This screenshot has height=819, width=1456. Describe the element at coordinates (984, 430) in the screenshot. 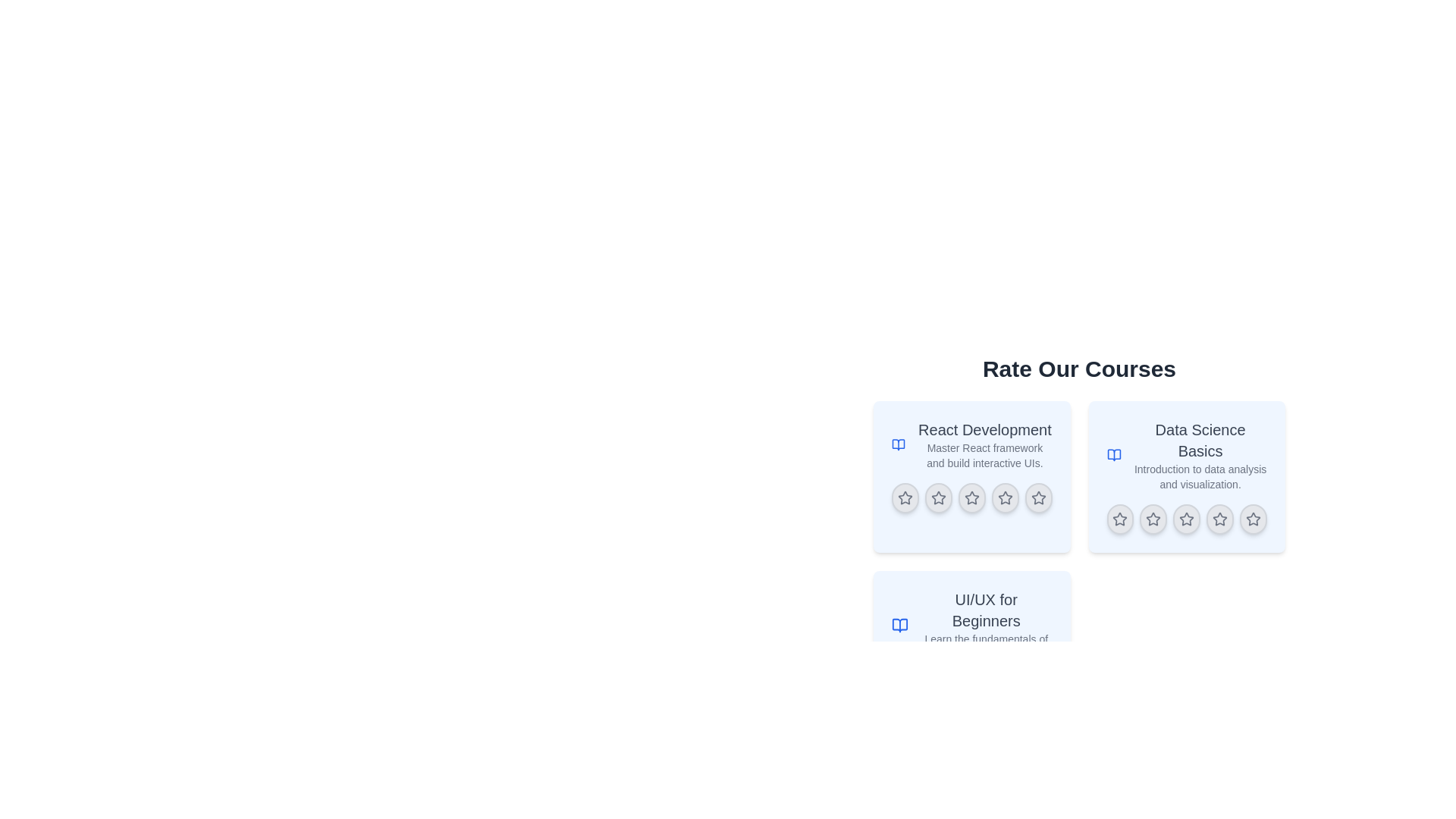

I see `the heading text that serves as the title for the course content in the first card of the grid` at that location.